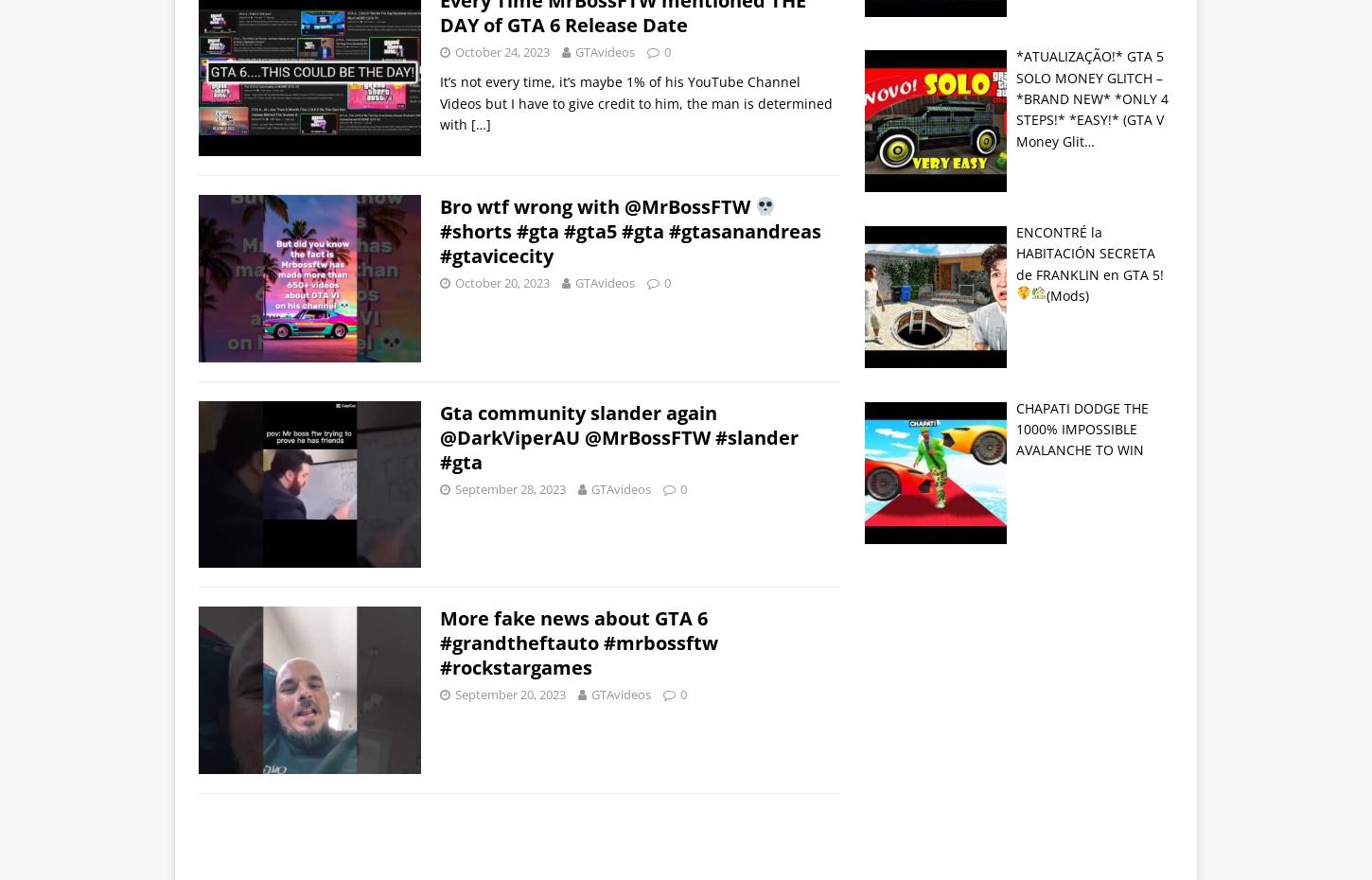 The width and height of the screenshot is (1372, 880). Describe the element at coordinates (1089, 253) in the screenshot. I see `'ENCONTRÉ la HABITACIÓN SECRETA de FRANKLIN en GTA 5!'` at that location.